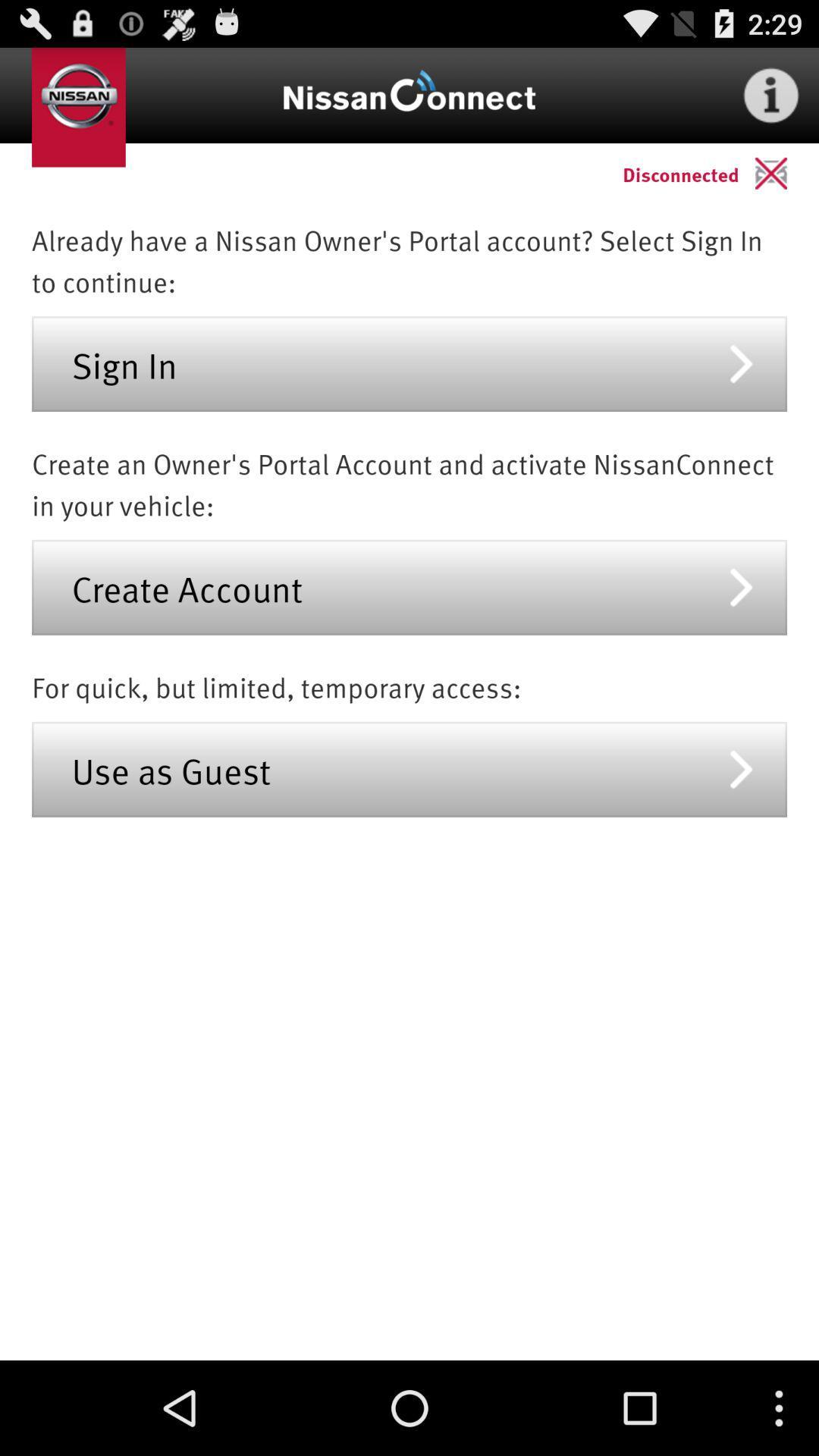 Image resolution: width=819 pixels, height=1456 pixels. Describe the element at coordinates (786, 173) in the screenshot. I see `the cancel bar` at that location.